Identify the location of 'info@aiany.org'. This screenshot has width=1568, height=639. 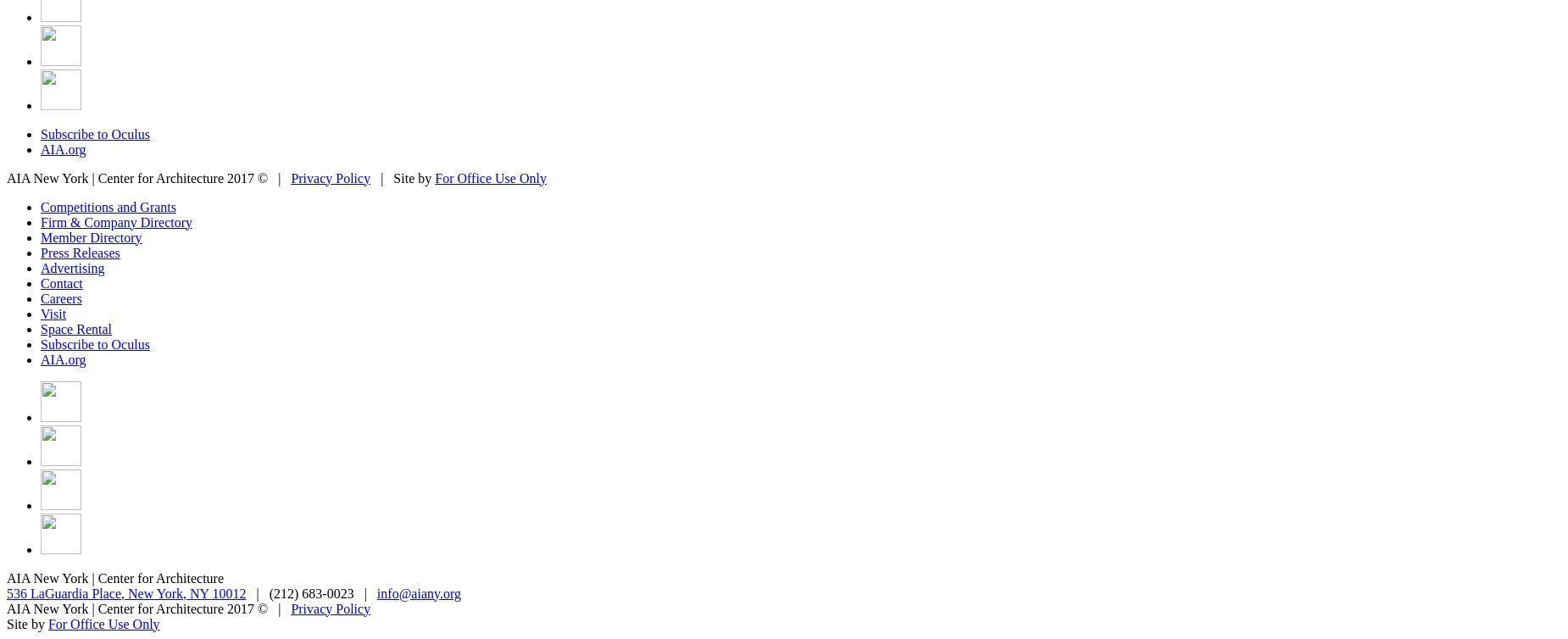
(418, 592).